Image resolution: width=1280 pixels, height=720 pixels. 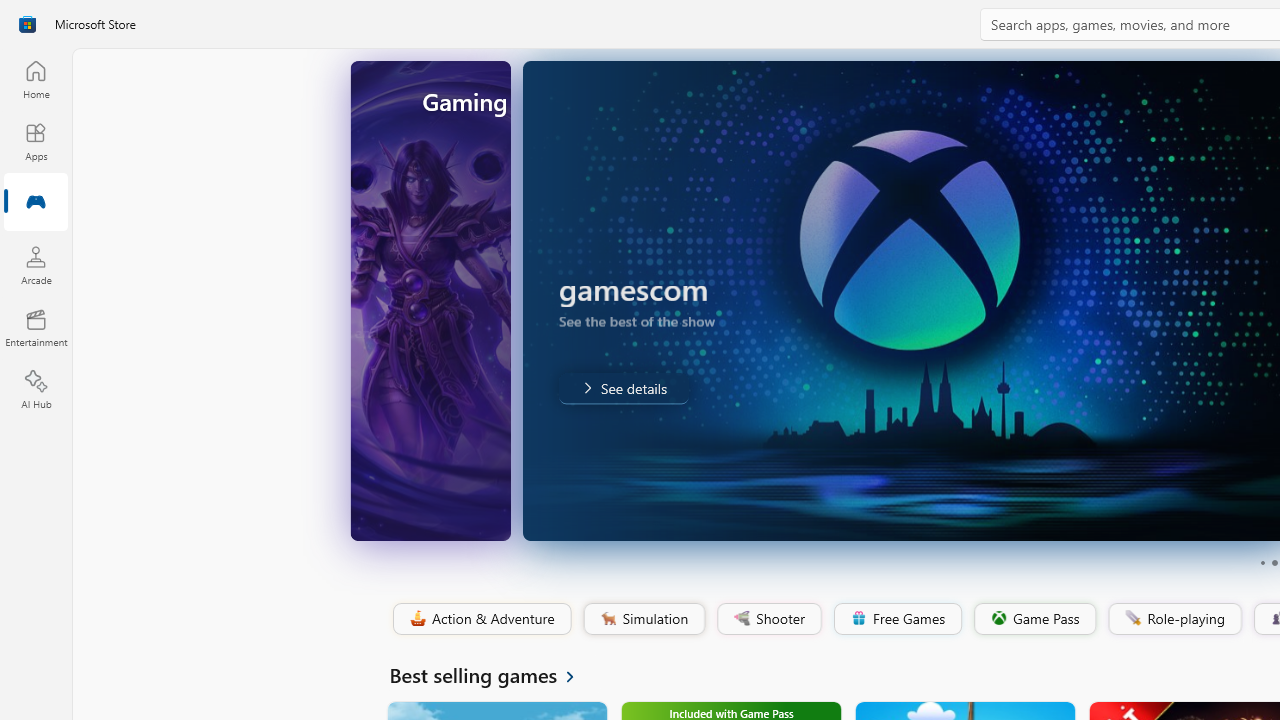 What do you see at coordinates (643, 618) in the screenshot?
I see `'Simulation'` at bounding box center [643, 618].